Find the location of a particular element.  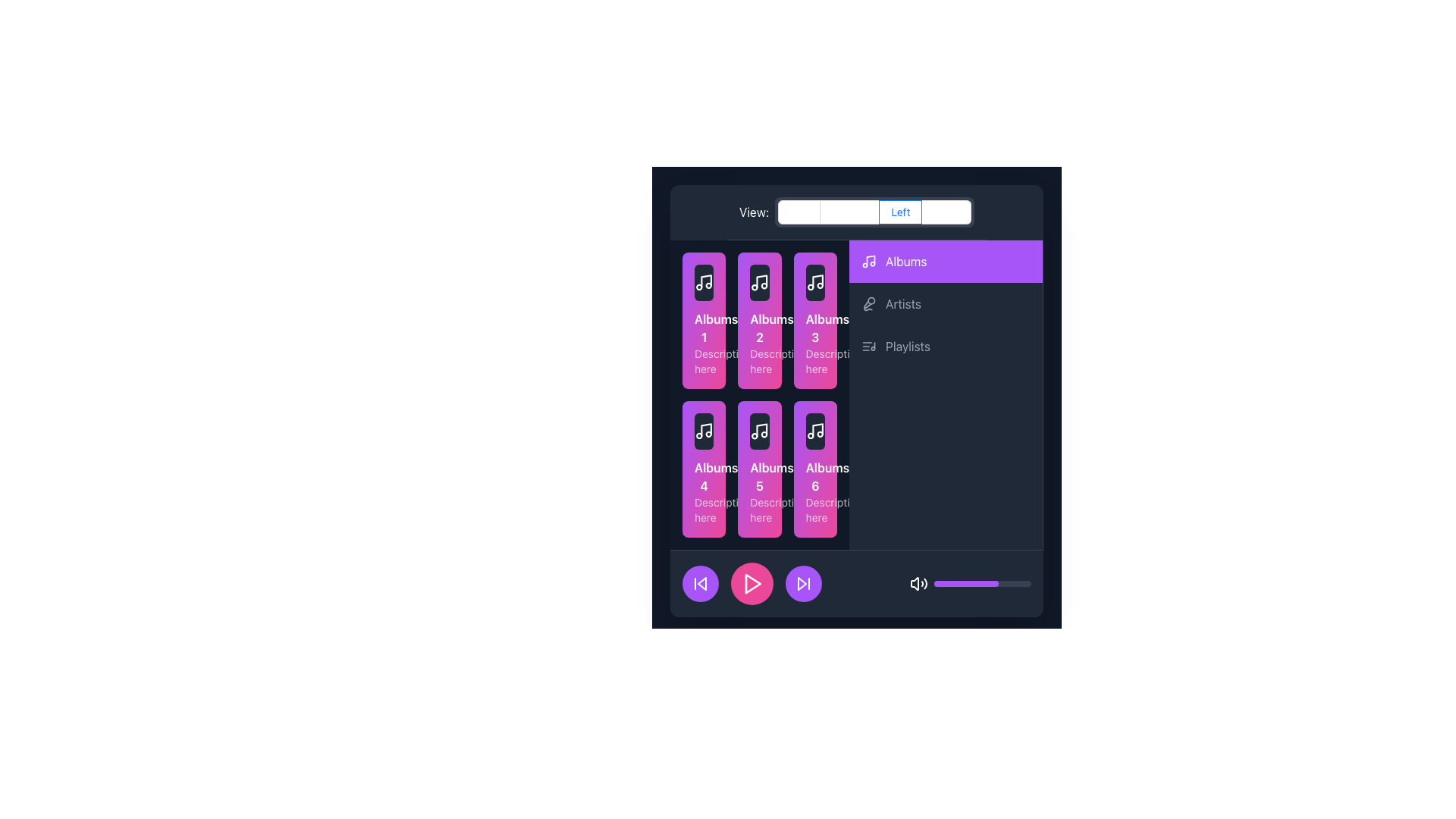

the top-left button-like clickable card in the 2x3 grid is located at coordinates (703, 320).